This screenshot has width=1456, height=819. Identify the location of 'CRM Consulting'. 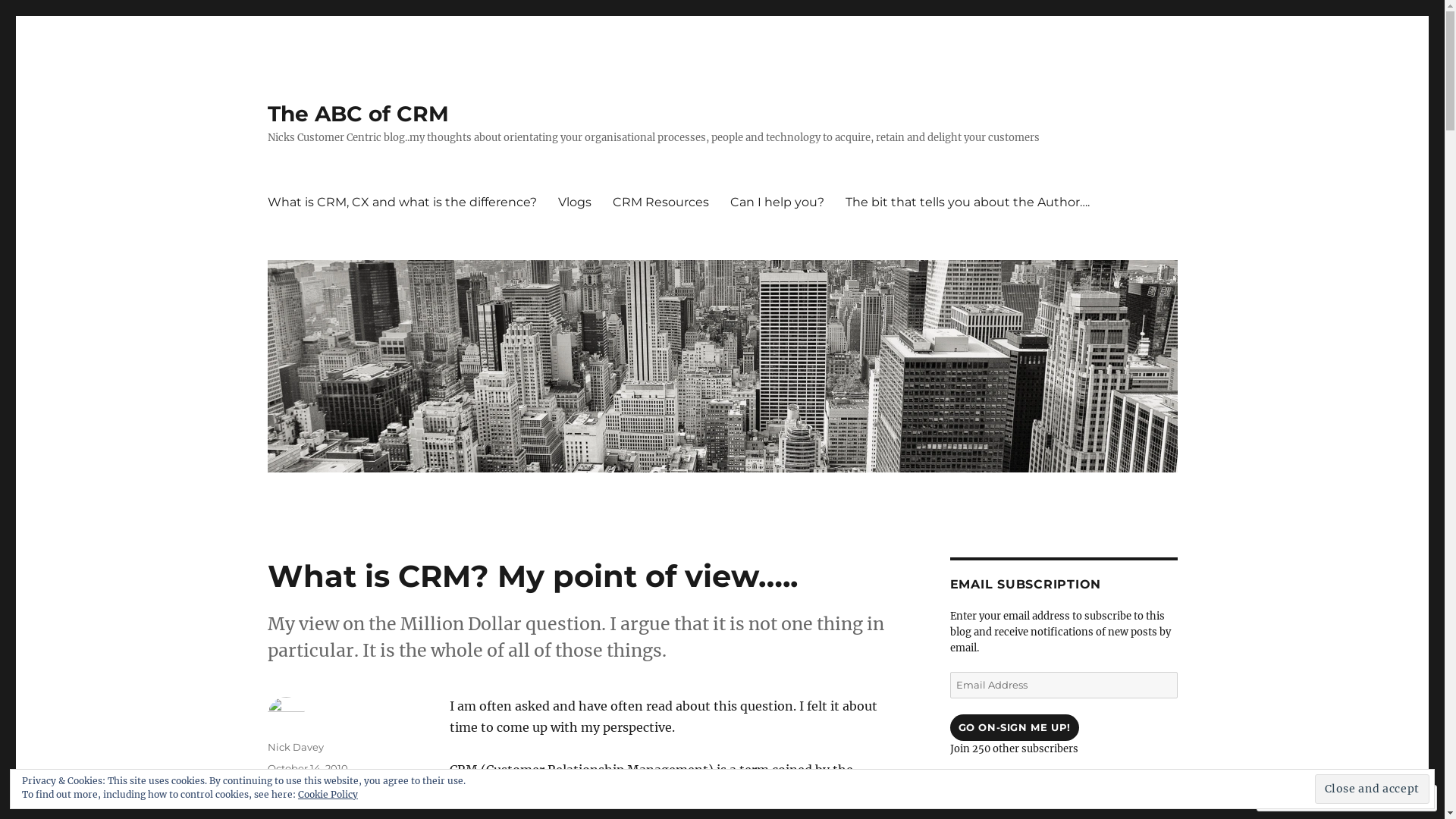
(306, 789).